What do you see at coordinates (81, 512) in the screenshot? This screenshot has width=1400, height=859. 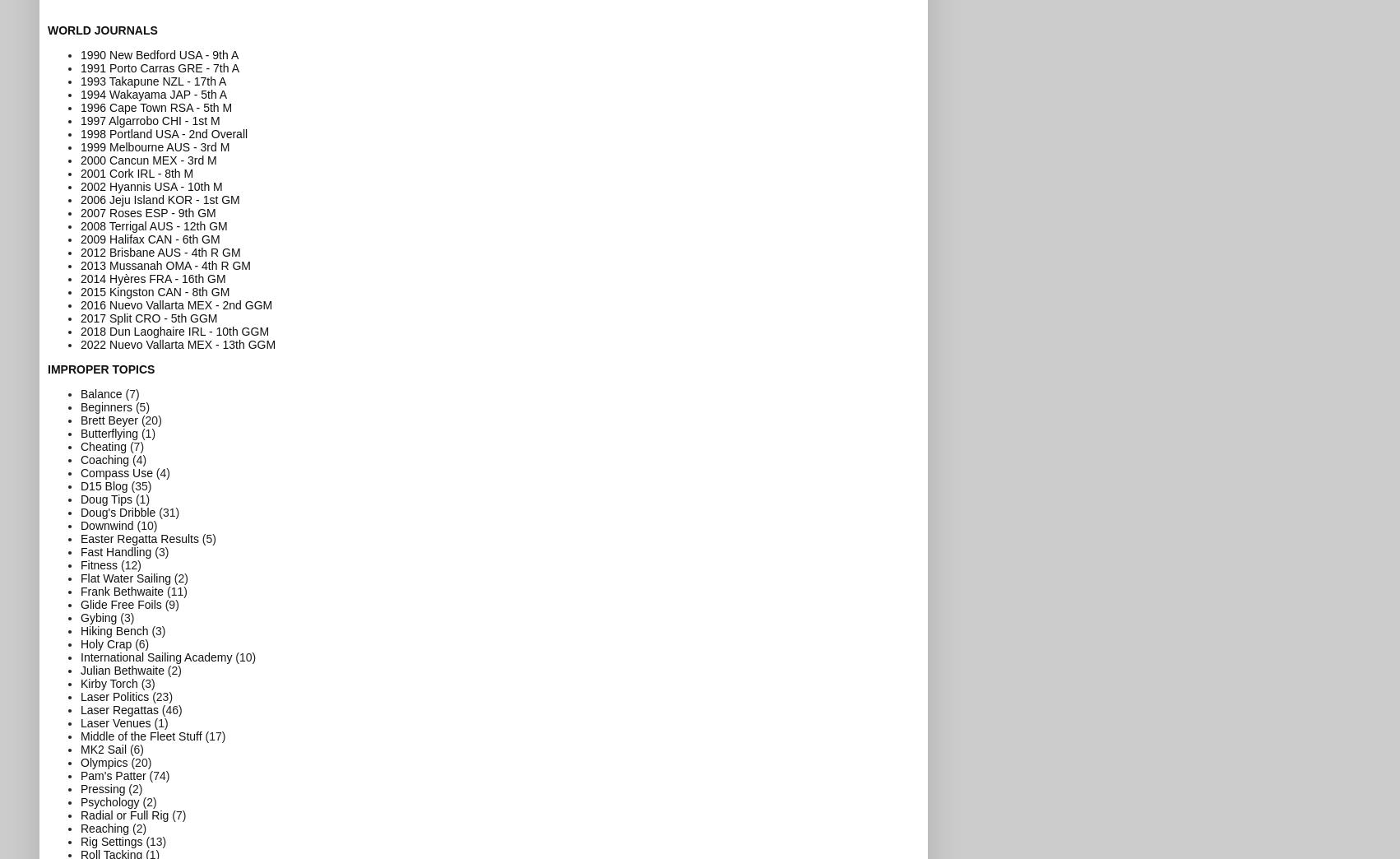 I see `'Doug's Dribble'` at bounding box center [81, 512].